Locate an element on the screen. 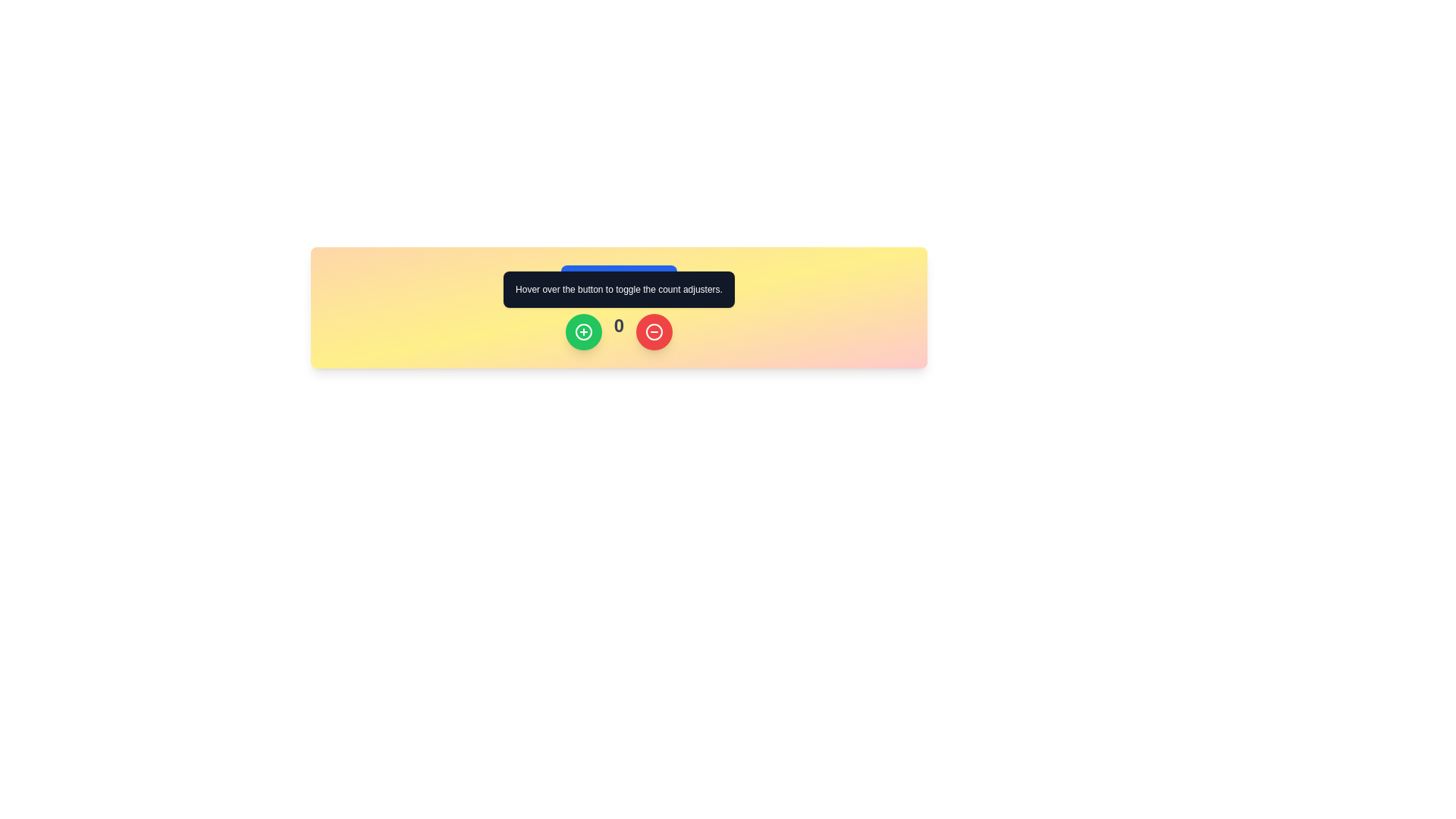  the first button on the left in the row containing a green button, a number '0', and a red button is located at coordinates (582, 331).